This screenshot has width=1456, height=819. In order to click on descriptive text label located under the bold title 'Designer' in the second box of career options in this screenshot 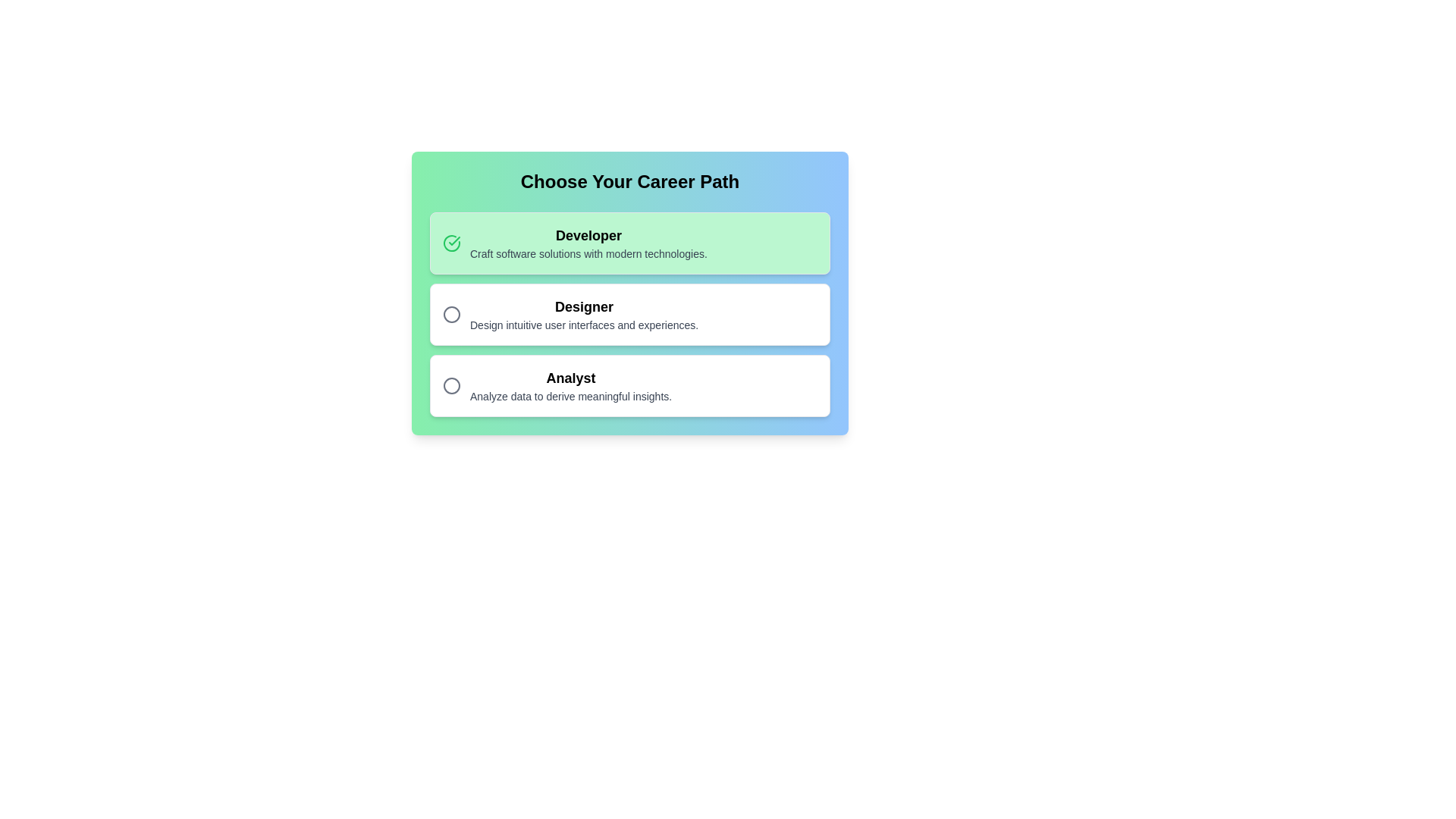, I will do `click(583, 324)`.